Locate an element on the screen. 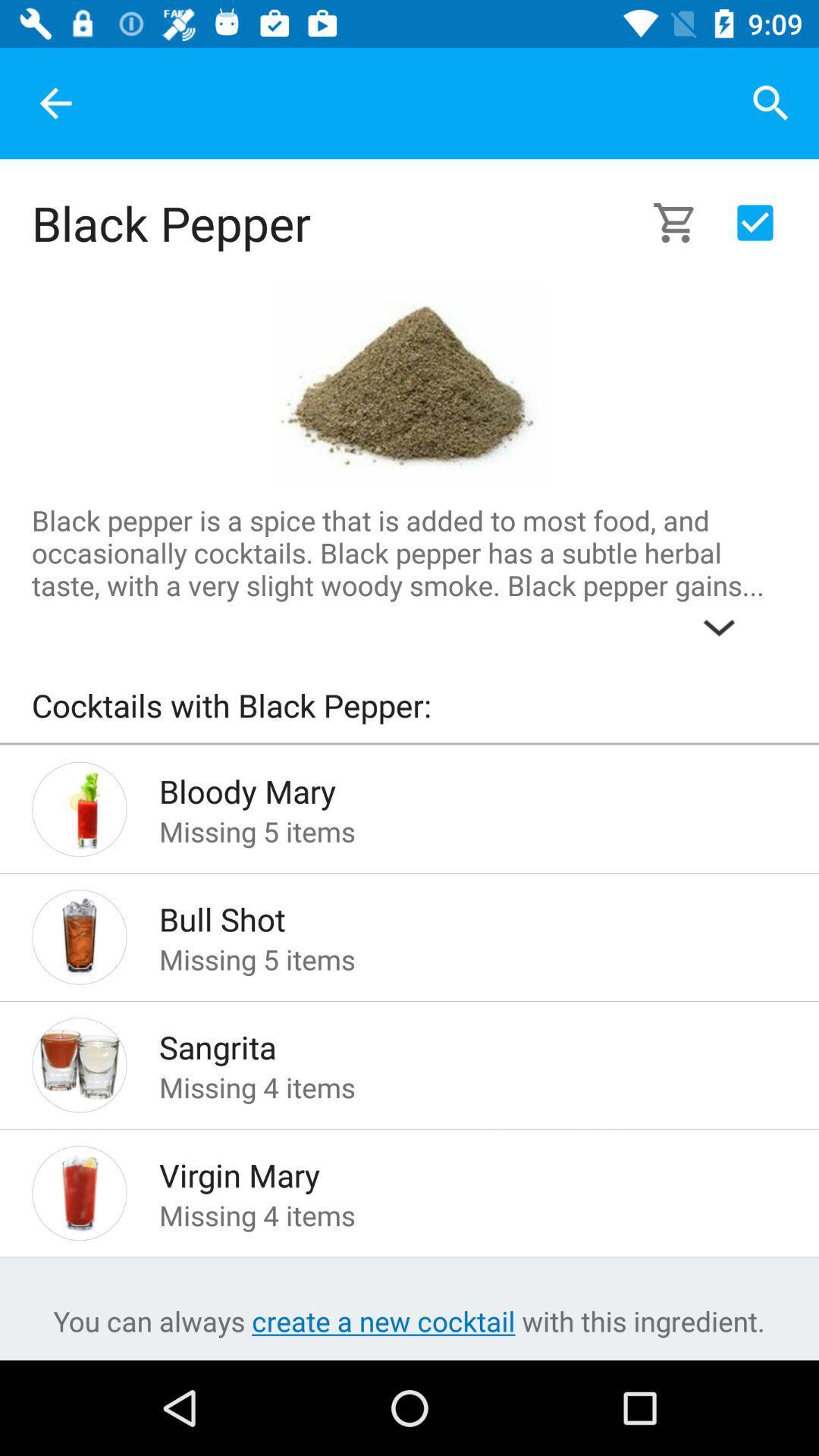  cart is located at coordinates (683, 221).